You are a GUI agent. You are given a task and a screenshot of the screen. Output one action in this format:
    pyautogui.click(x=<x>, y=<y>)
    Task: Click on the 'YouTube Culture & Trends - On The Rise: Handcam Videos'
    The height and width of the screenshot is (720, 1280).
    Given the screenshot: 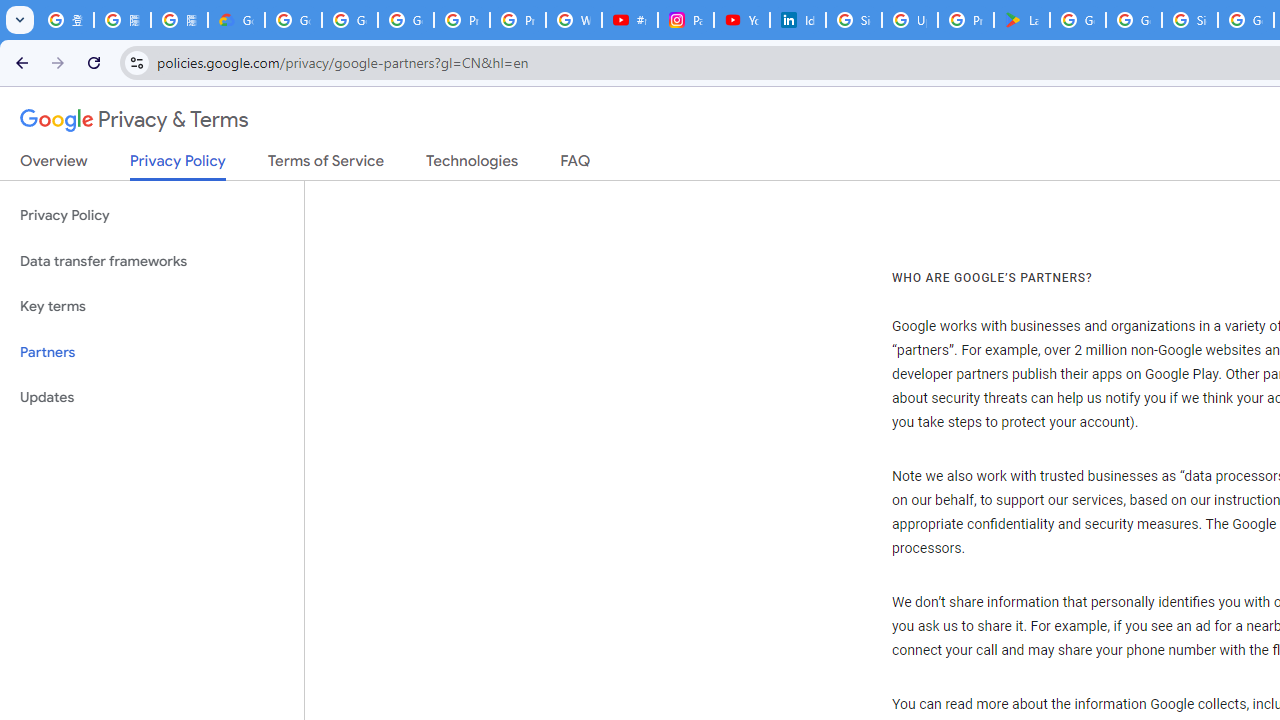 What is the action you would take?
    pyautogui.click(x=741, y=20)
    